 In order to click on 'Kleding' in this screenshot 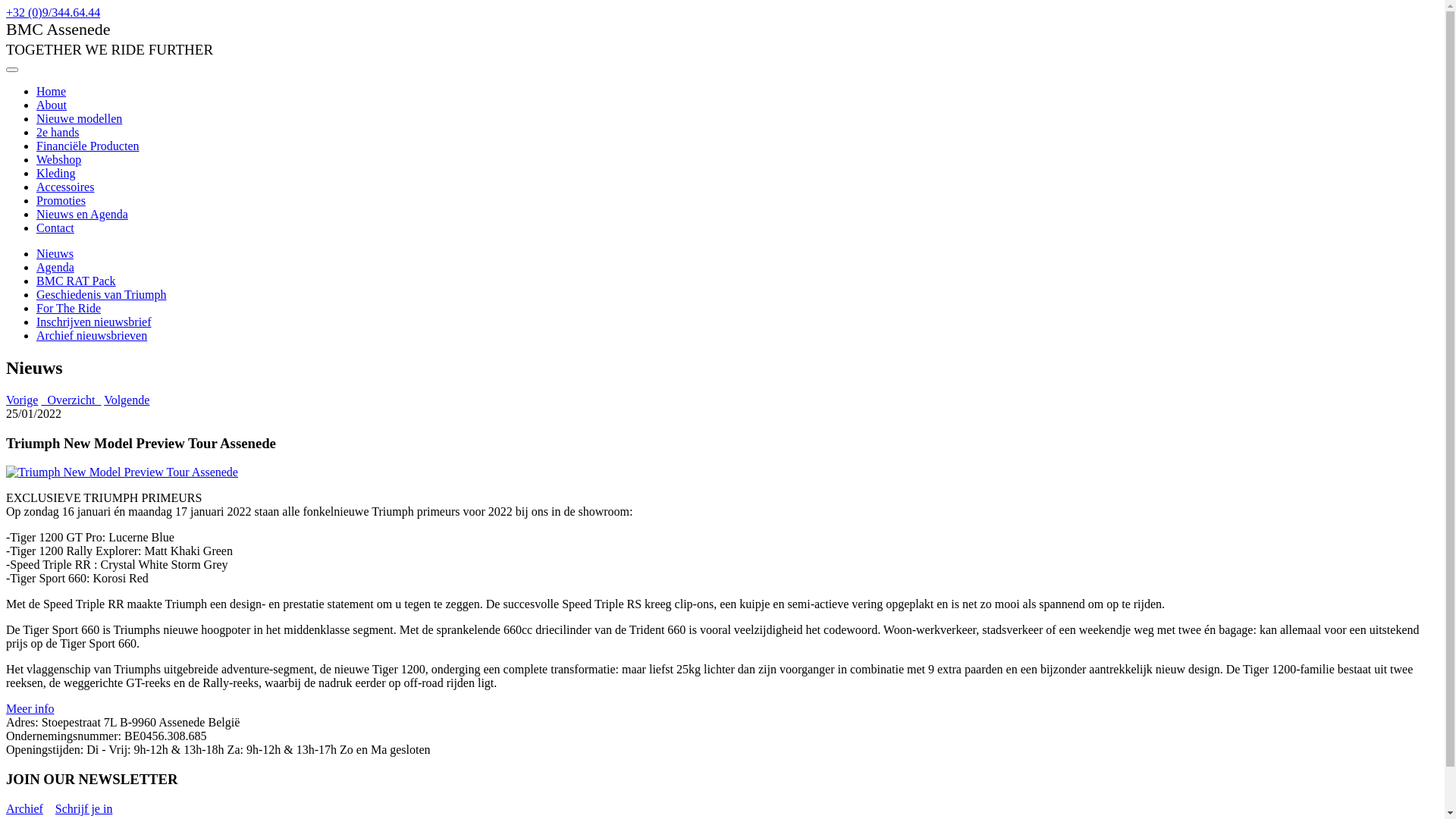, I will do `click(55, 172)`.